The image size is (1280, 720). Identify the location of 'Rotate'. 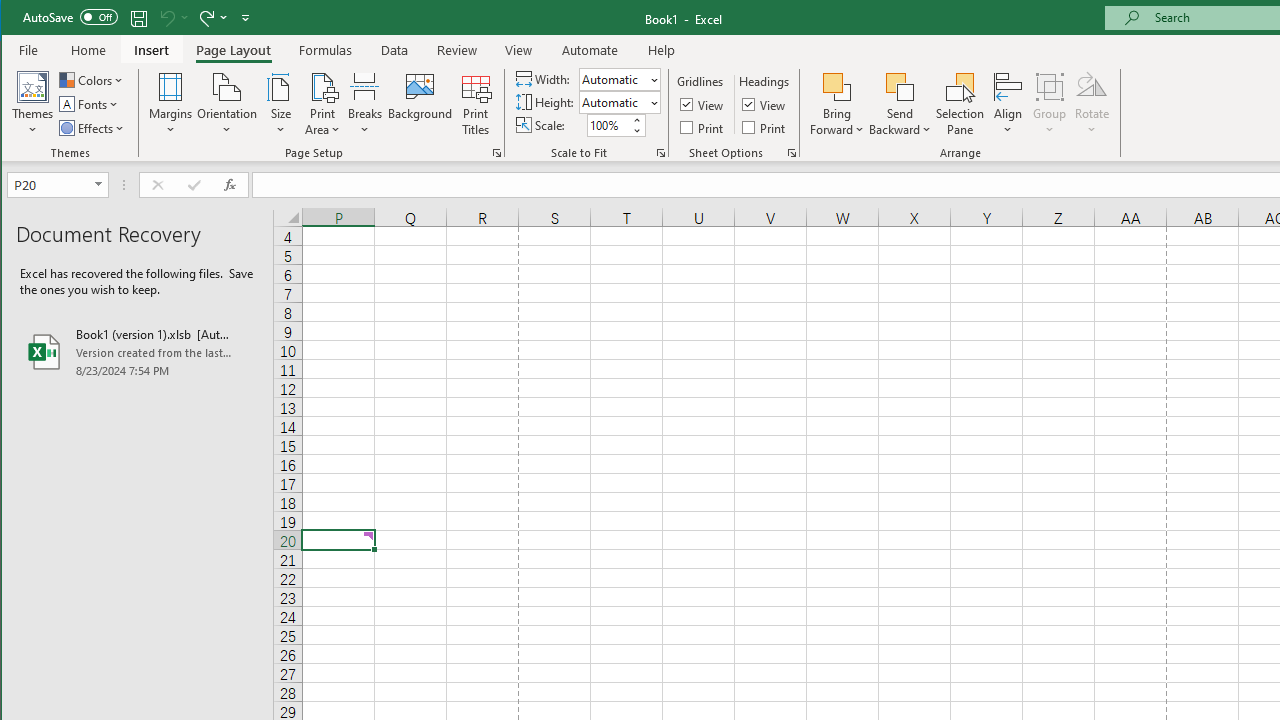
(1091, 104).